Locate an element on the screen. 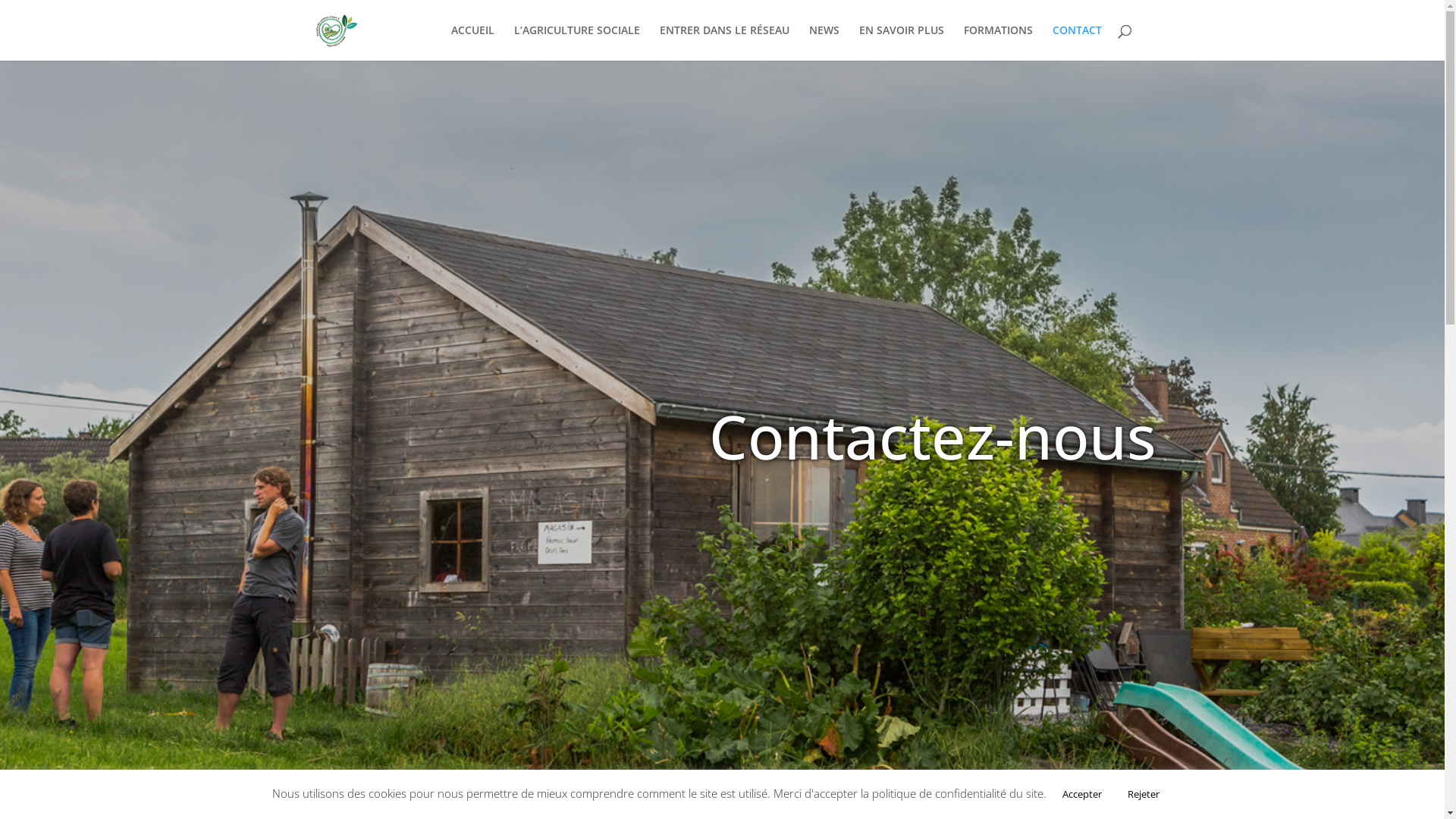 This screenshot has height=819, width=1456. 'CONTACT' is located at coordinates (1051, 42).